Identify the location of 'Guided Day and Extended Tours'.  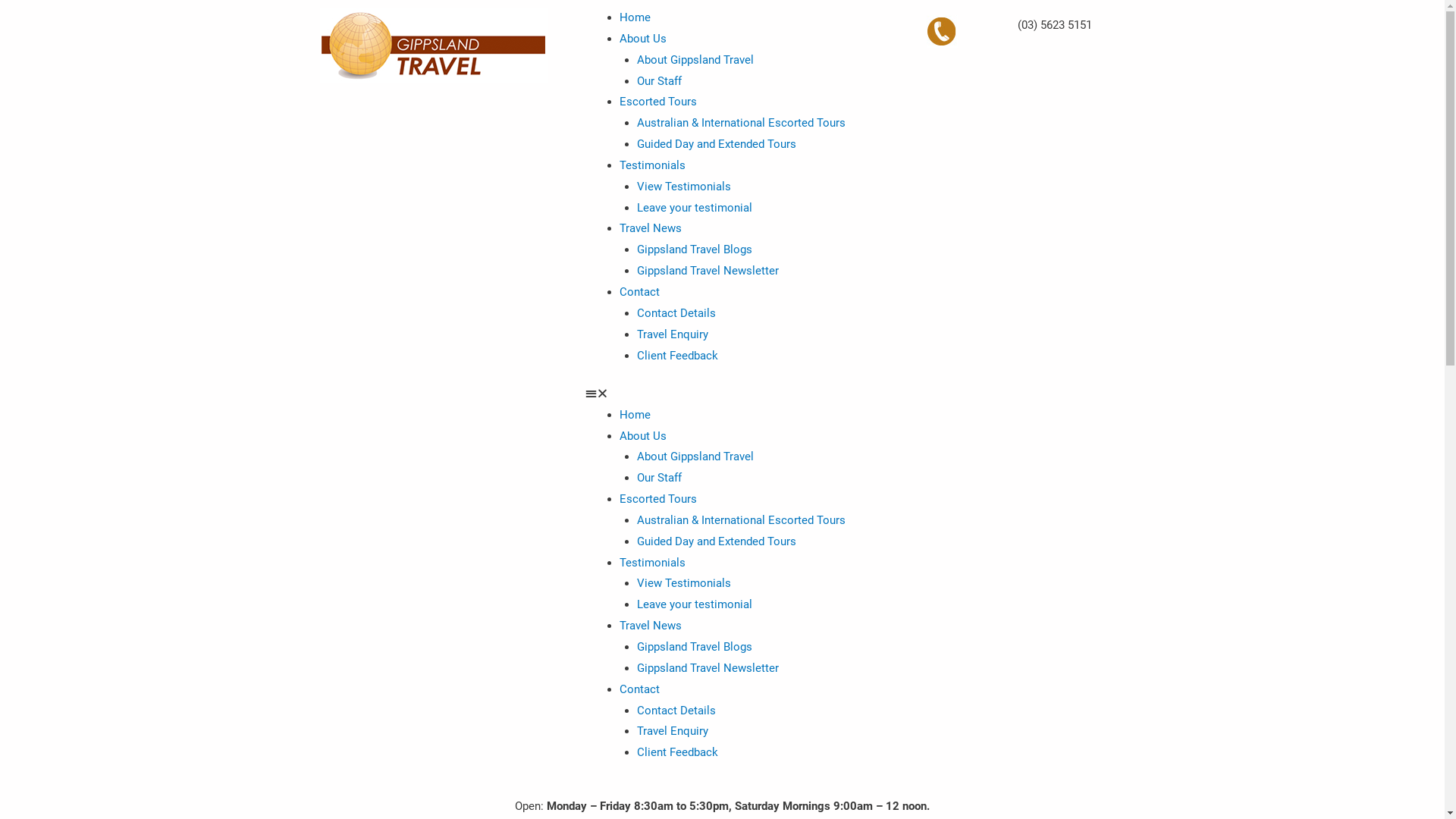
(716, 143).